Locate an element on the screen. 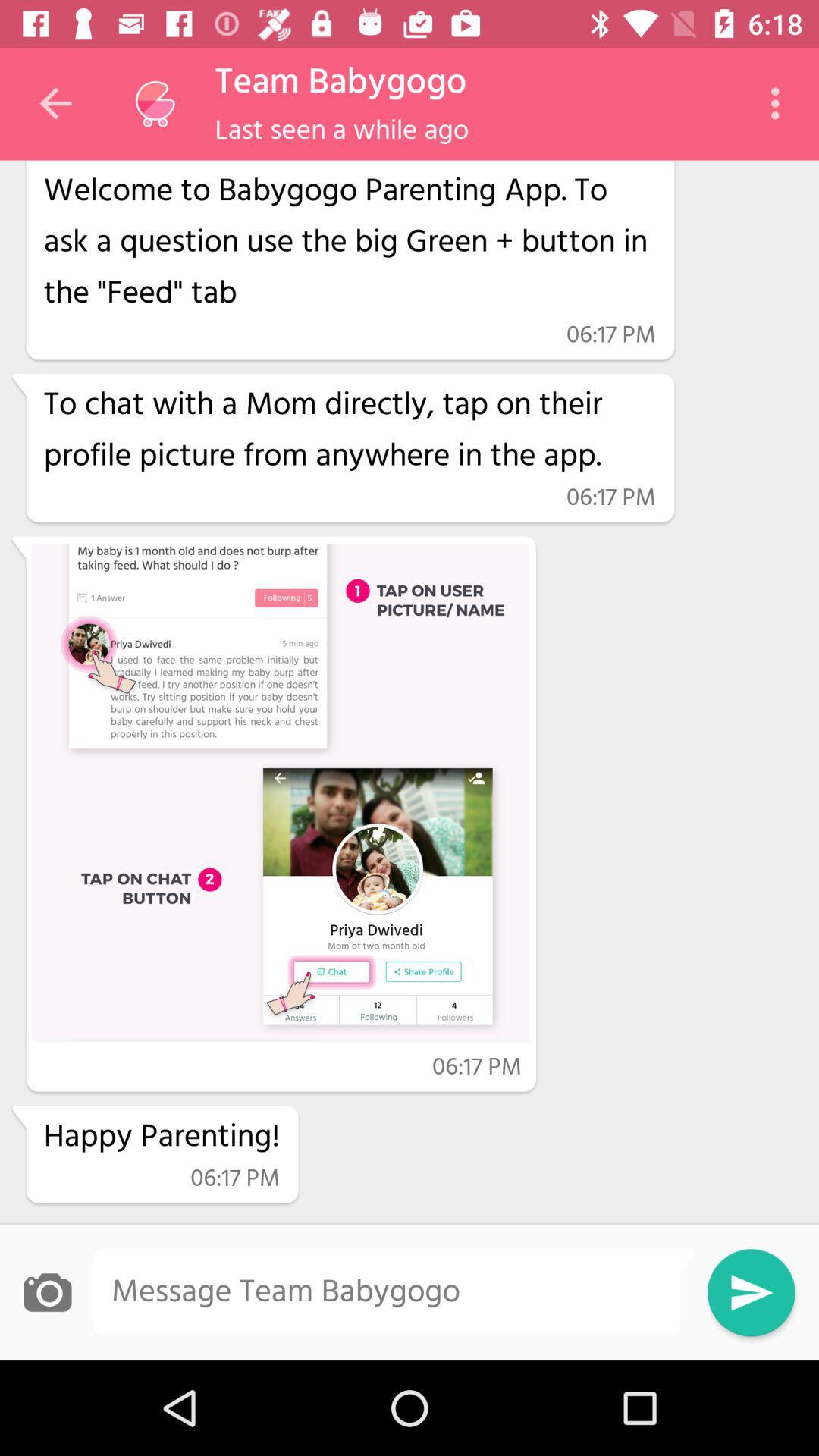  the icon to the left of the team babygogo icon is located at coordinates (155, 103).